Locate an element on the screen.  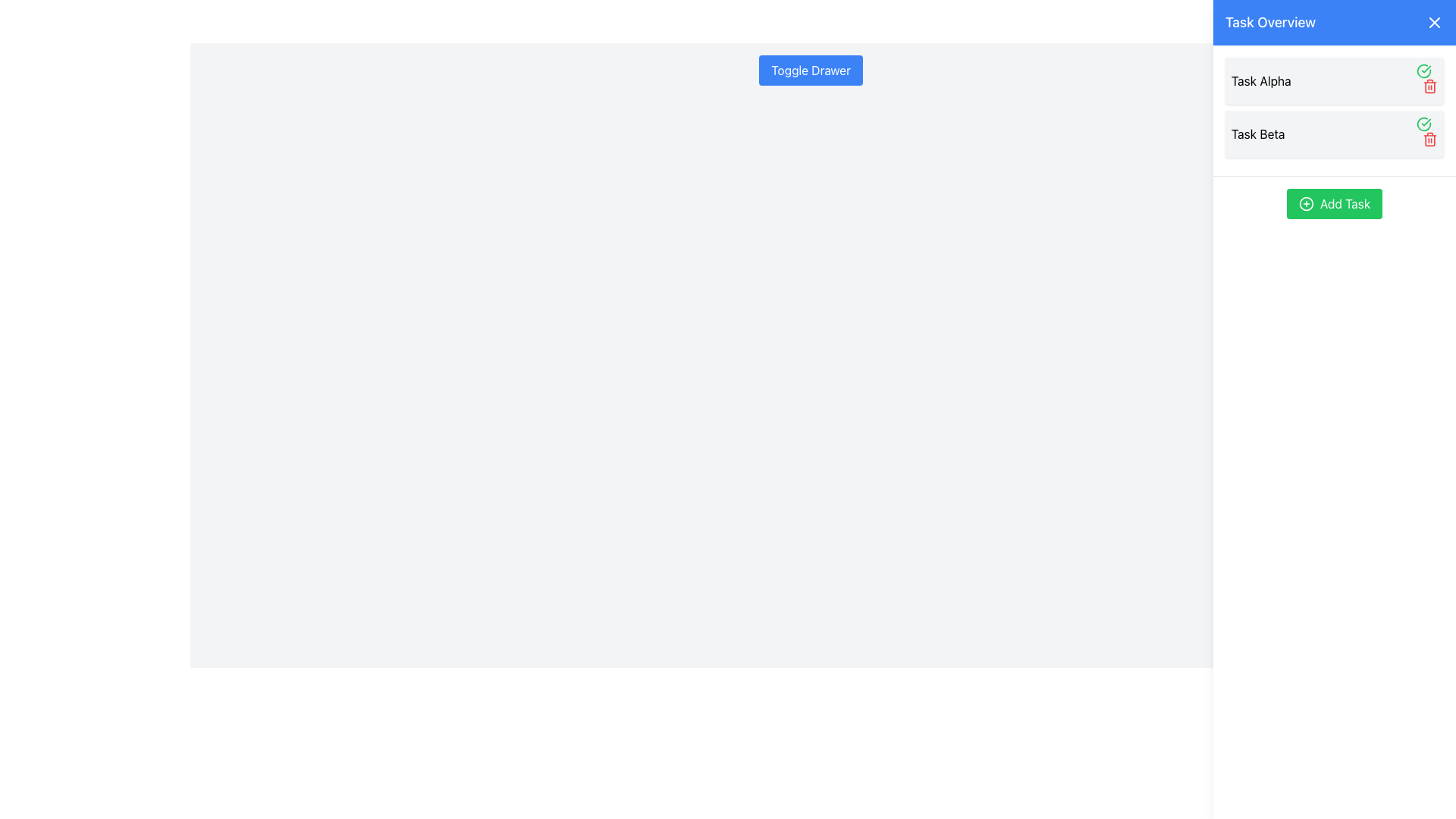
the 'X' icon button located on the far right of the blue header bar titled 'Task Overview' is located at coordinates (1433, 23).